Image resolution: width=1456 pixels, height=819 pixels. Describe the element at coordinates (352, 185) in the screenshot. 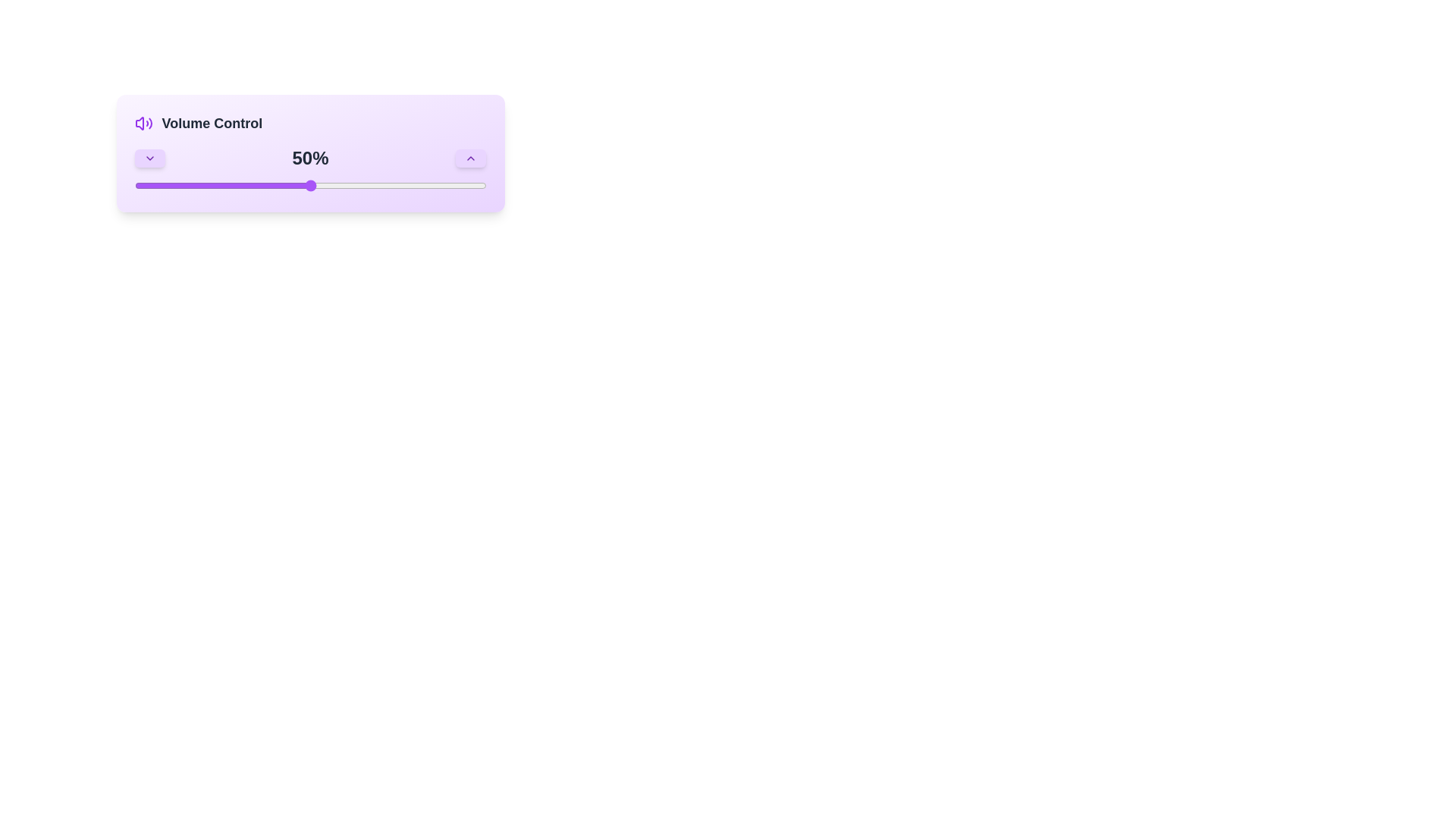

I see `the volume slider` at that location.